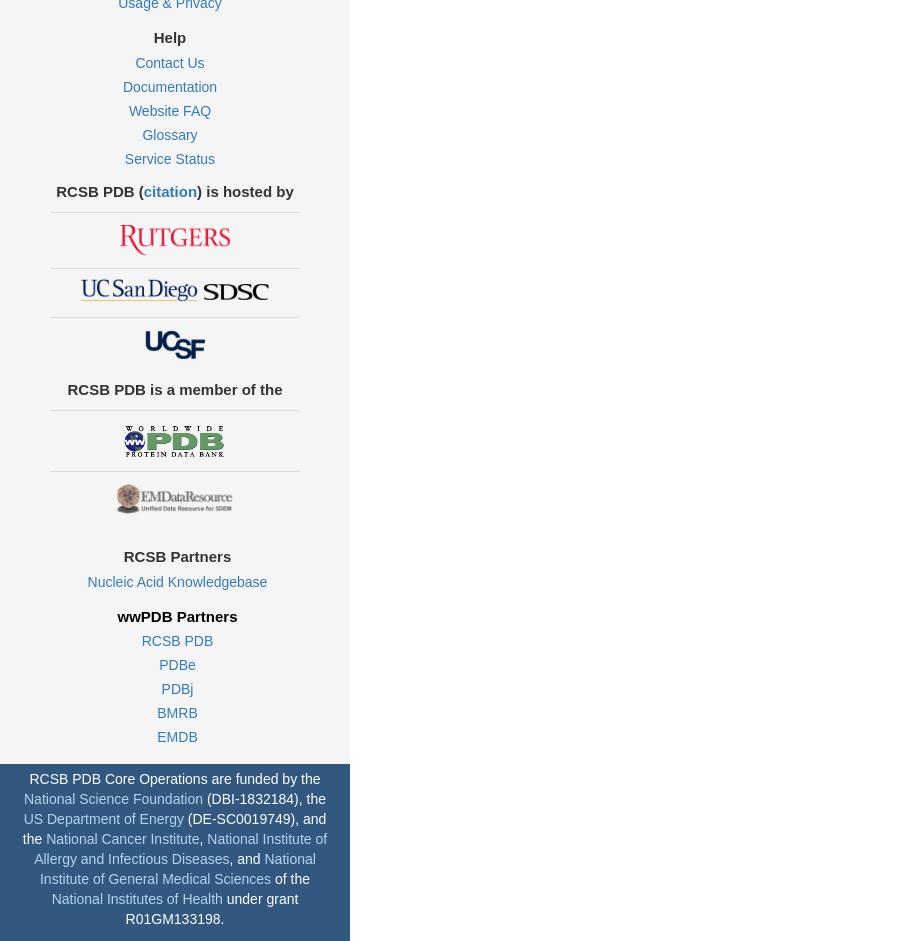 The height and width of the screenshot is (941, 916). I want to click on 'of the', so click(289, 877).